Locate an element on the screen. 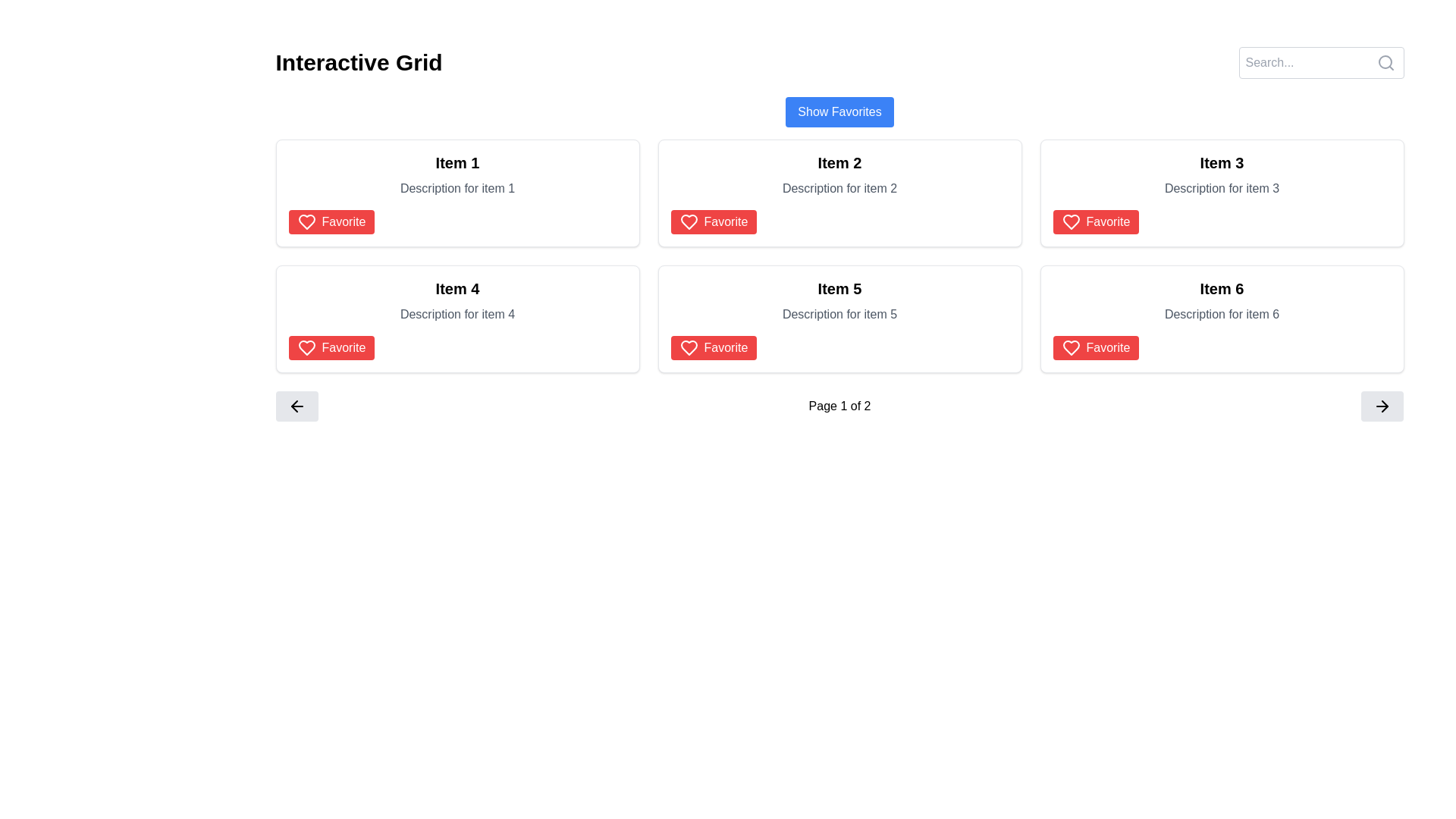  the header text 'Interactive Grid' which is displayed in bold, large font size and is positioned prominently near the top-left of the interface is located at coordinates (358, 62).